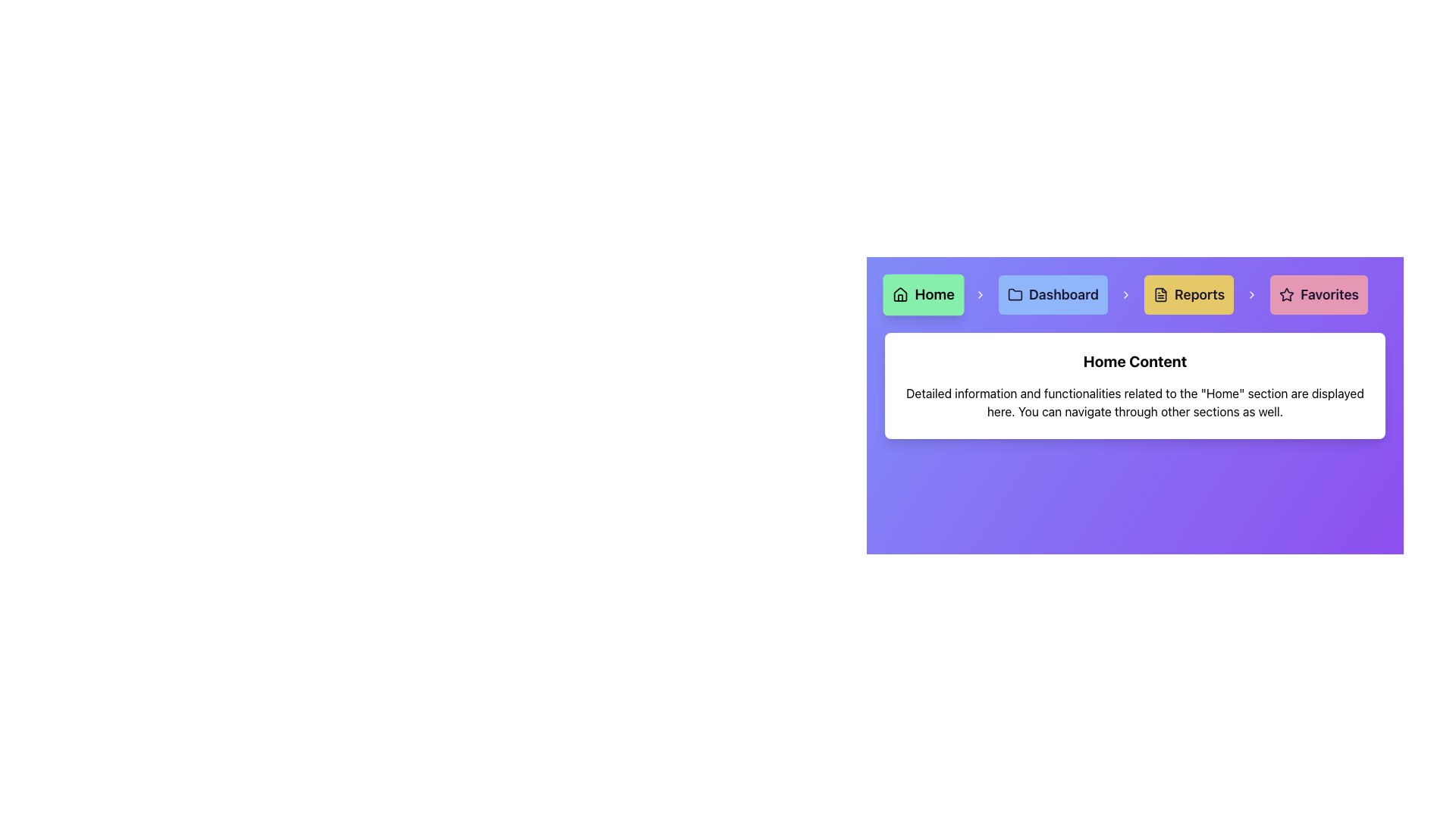 The image size is (1456, 819). I want to click on the 'Dashboard' icon located in the navigation bar, which is the second button from the left and is associated with the textual label 'Dashboard', so click(1015, 295).